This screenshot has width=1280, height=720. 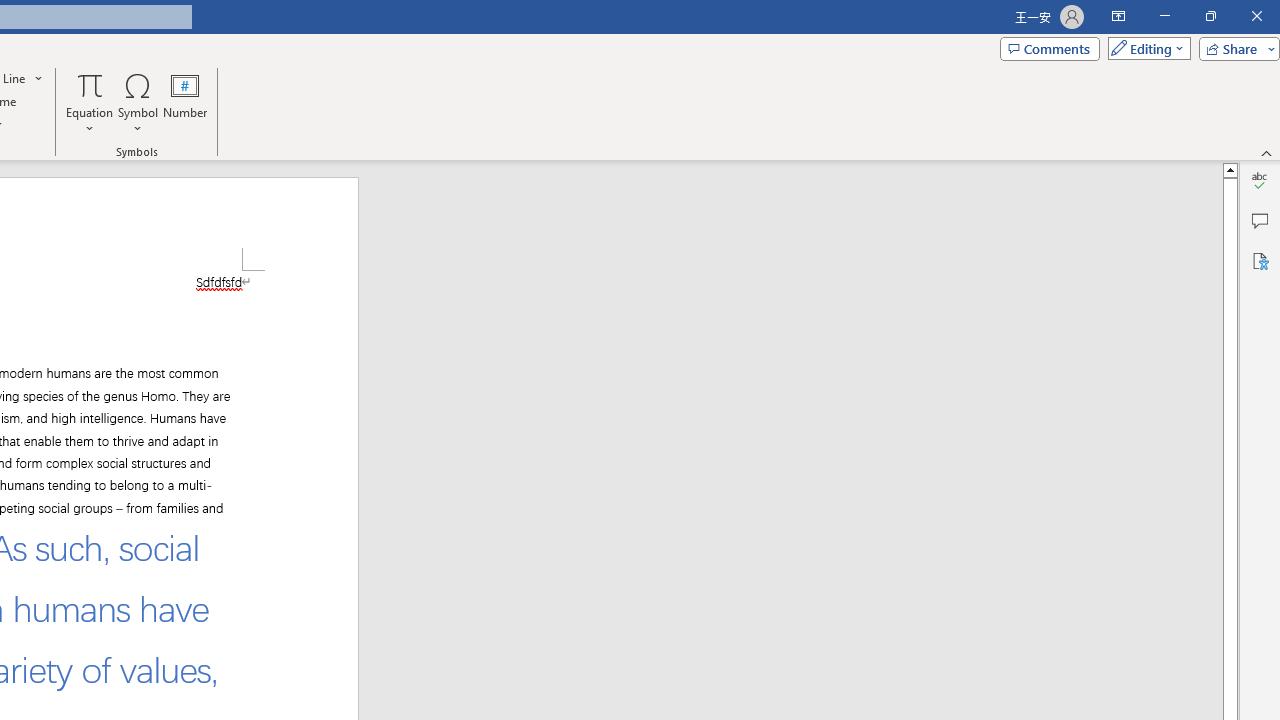 I want to click on 'Equation', so click(x=89, y=103).